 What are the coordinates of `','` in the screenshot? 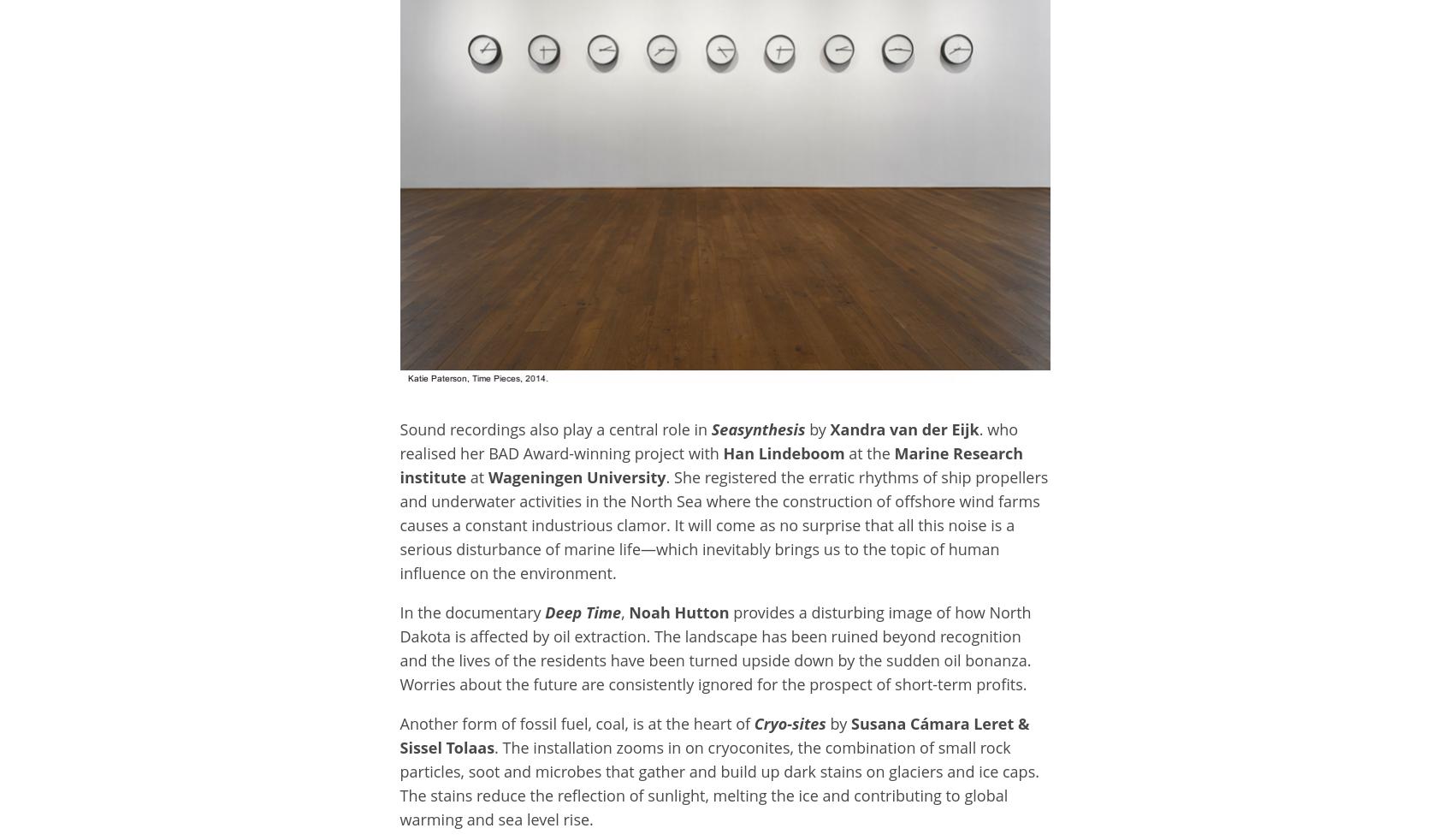 It's located at (624, 611).